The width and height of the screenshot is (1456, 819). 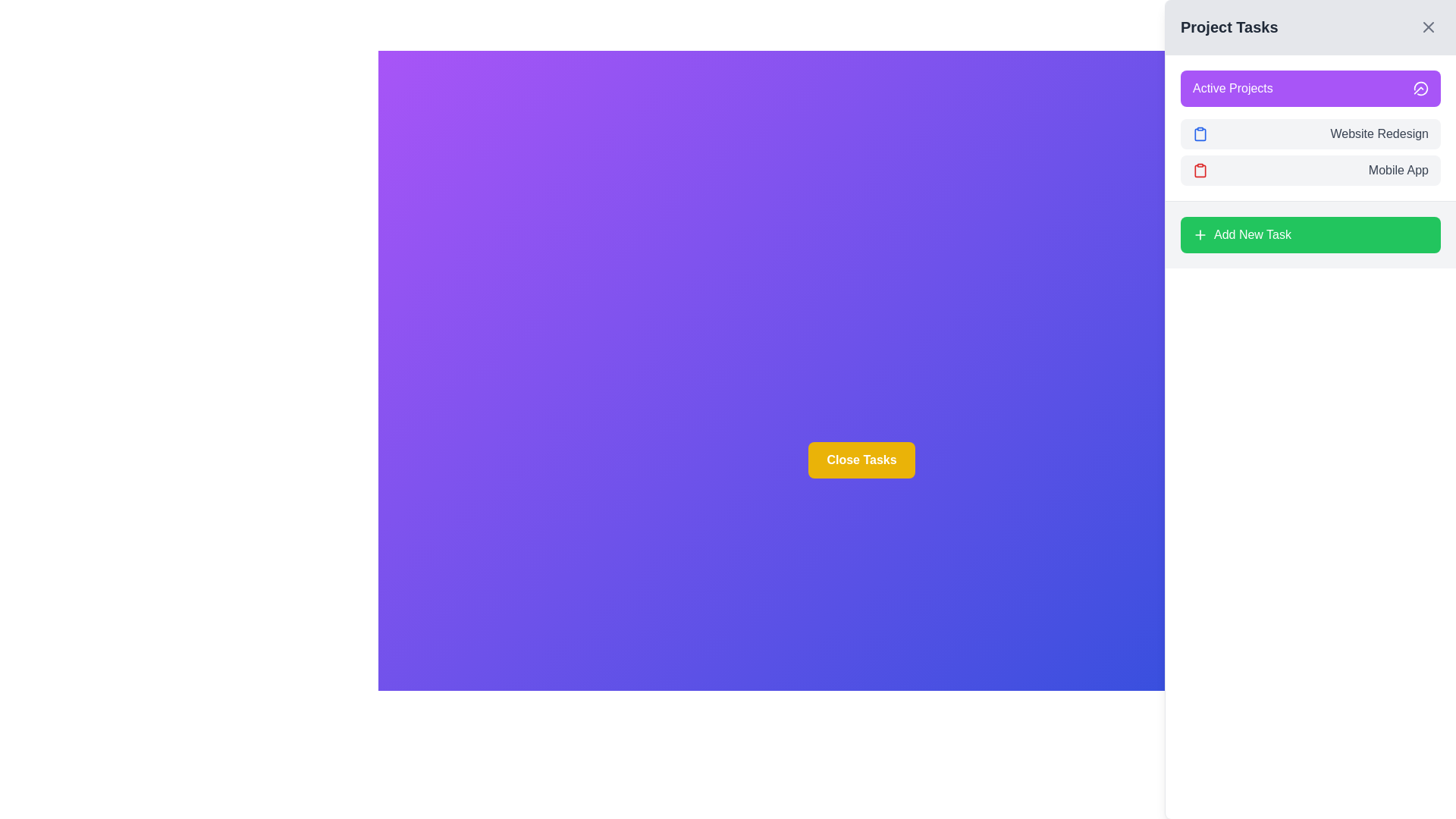 What do you see at coordinates (1427, 27) in the screenshot?
I see `the gray stylized cross icon located at the top-right corner of the 'Project Tasks' sidebar panel to observe the hover effects` at bounding box center [1427, 27].